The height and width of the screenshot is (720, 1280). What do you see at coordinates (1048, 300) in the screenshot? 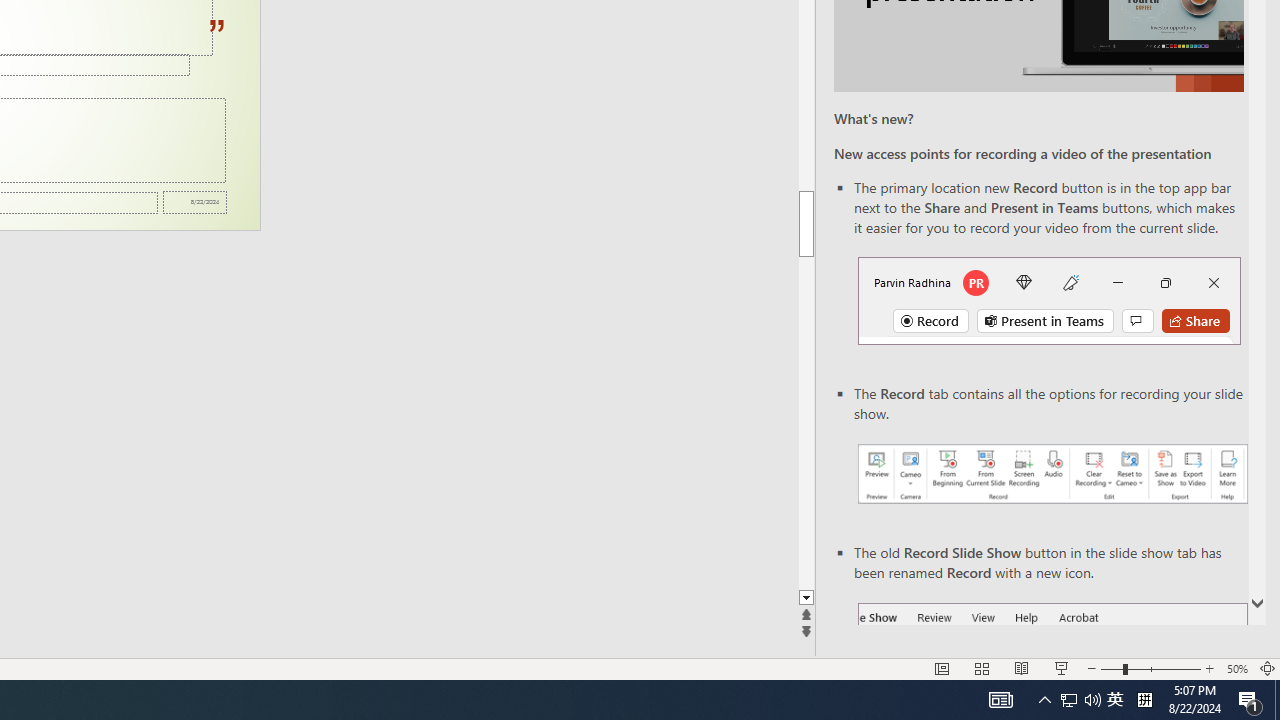
I see `'Record button in top bar'` at bounding box center [1048, 300].